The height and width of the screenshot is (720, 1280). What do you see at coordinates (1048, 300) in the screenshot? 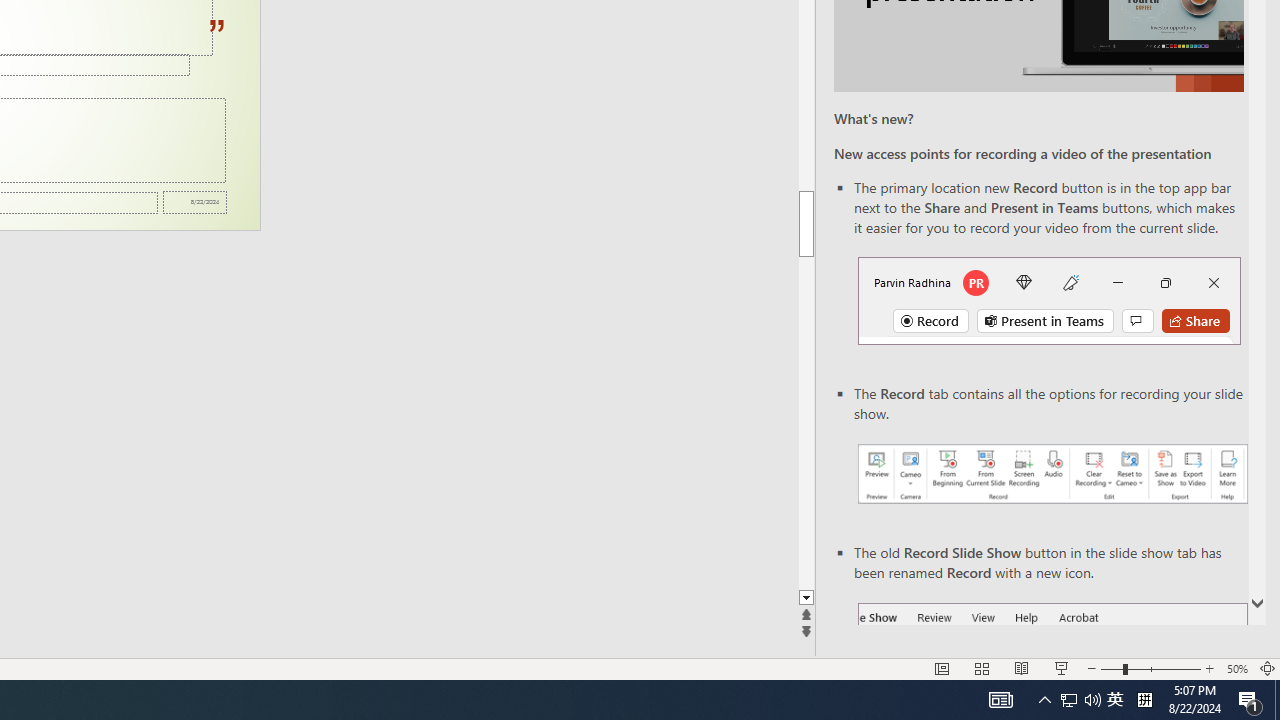
I see `'Record button in top bar'` at bounding box center [1048, 300].